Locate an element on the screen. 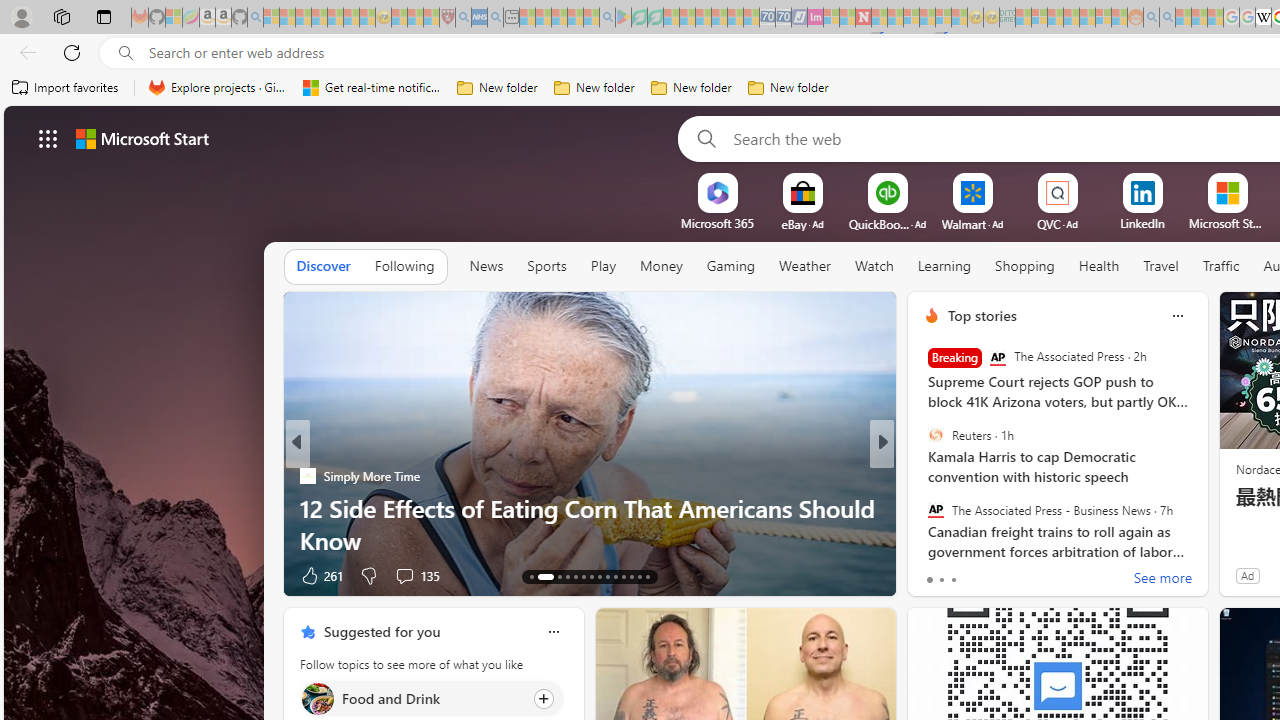 This screenshot has width=1280, height=720. 'Discover' is located at coordinates (323, 266).